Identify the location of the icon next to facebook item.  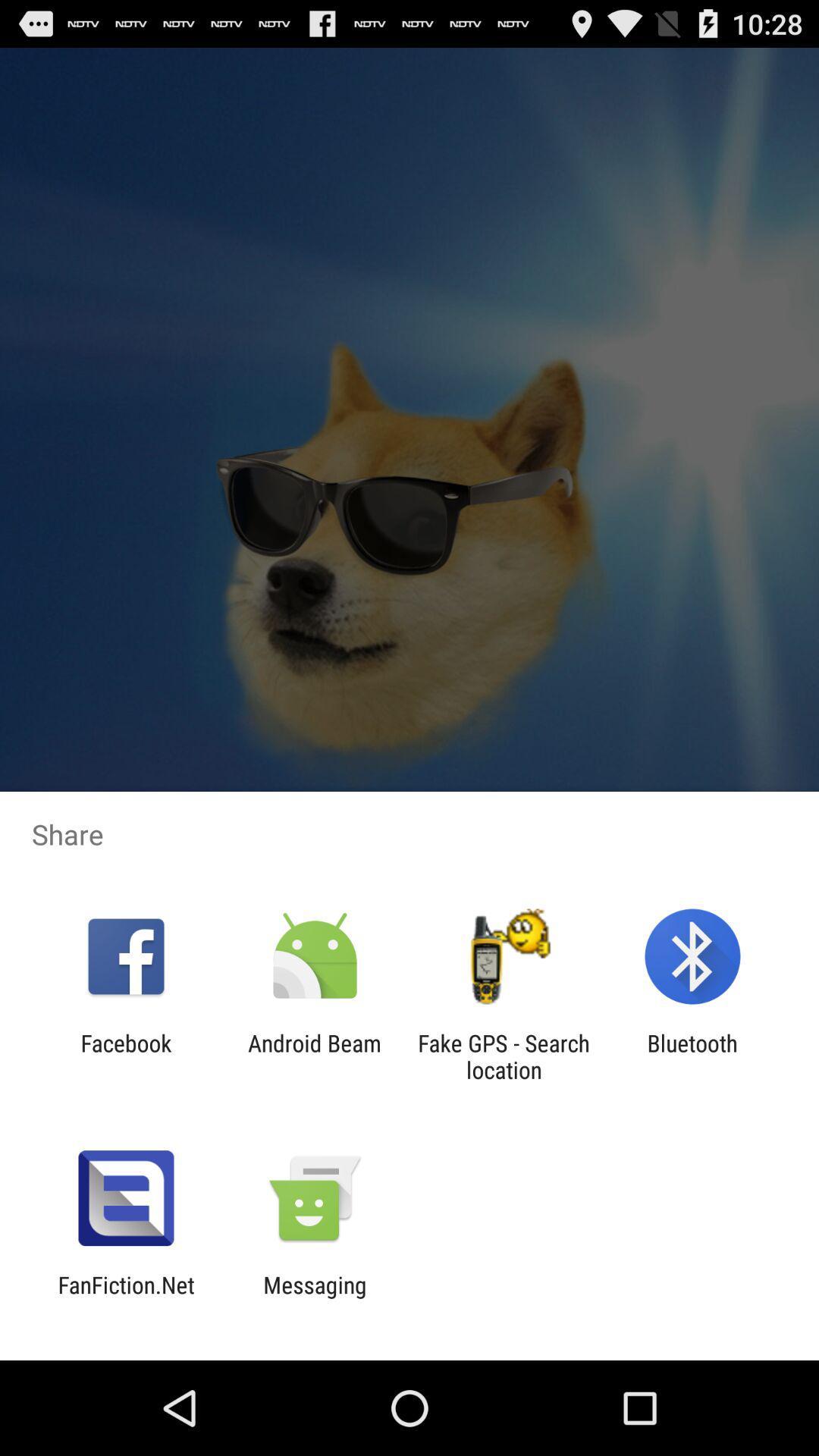
(314, 1056).